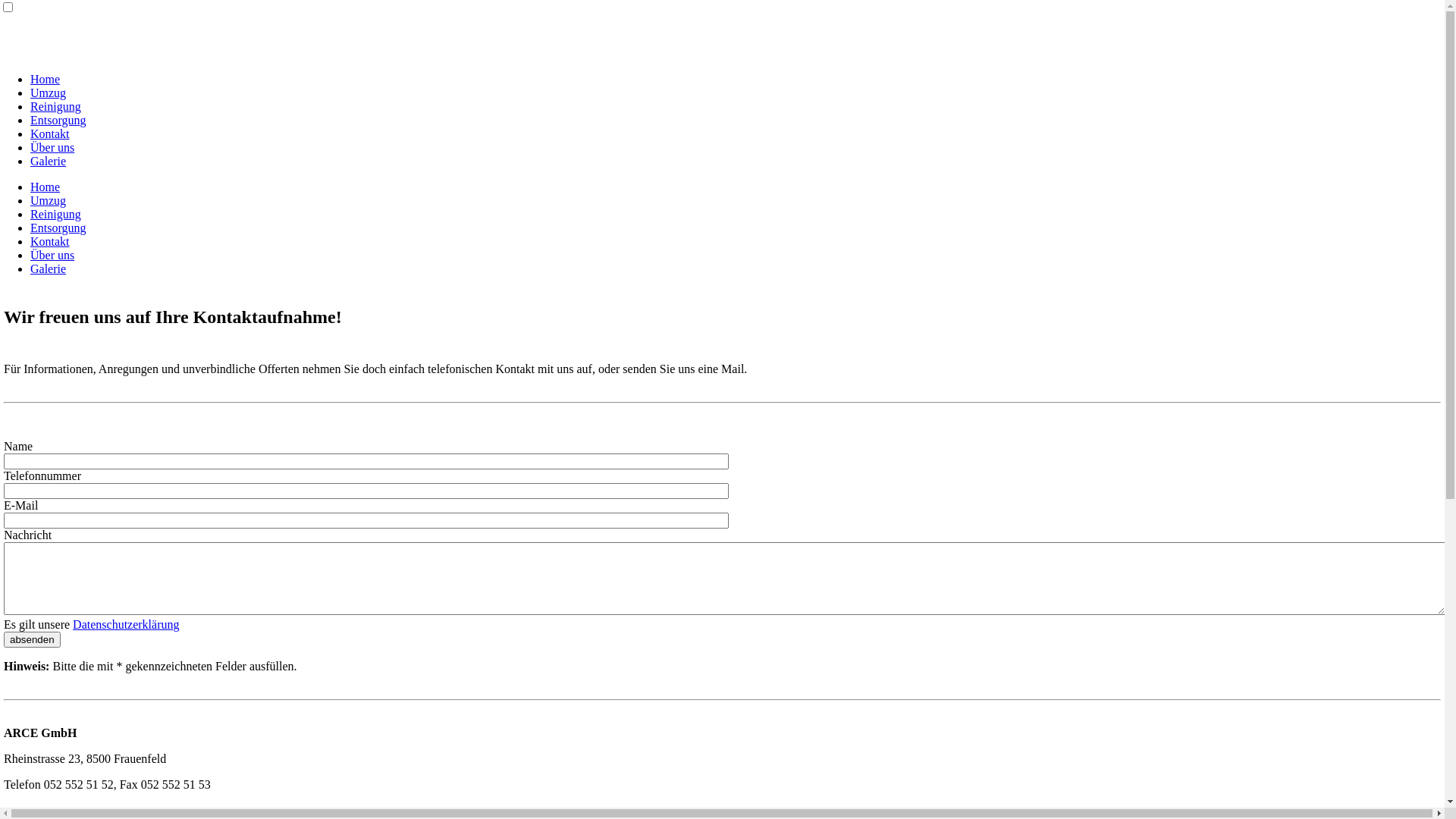  Describe the element at coordinates (58, 227) in the screenshot. I see `'Entsorgung'` at that location.